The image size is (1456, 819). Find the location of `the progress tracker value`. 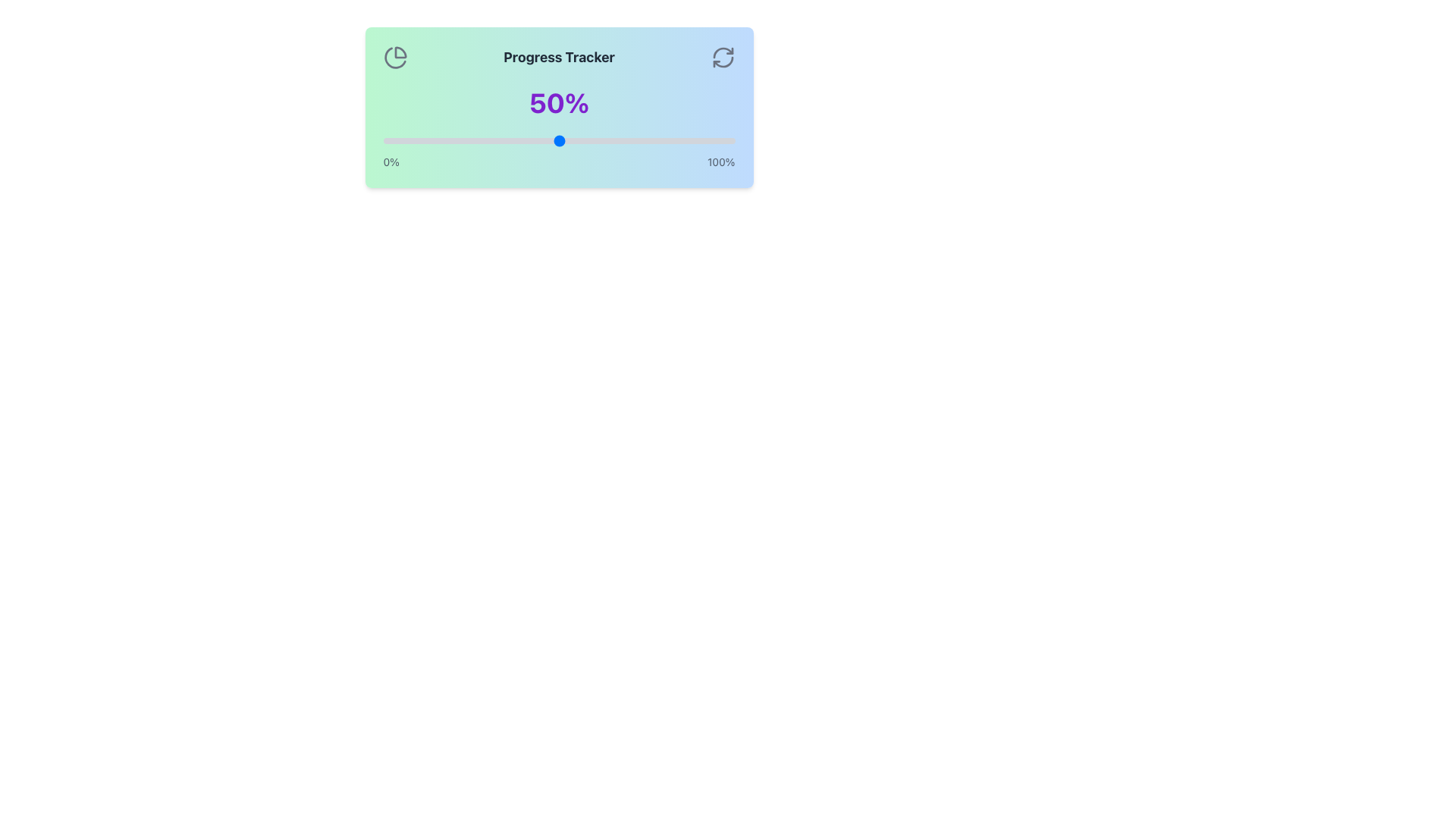

the progress tracker value is located at coordinates (538, 140).